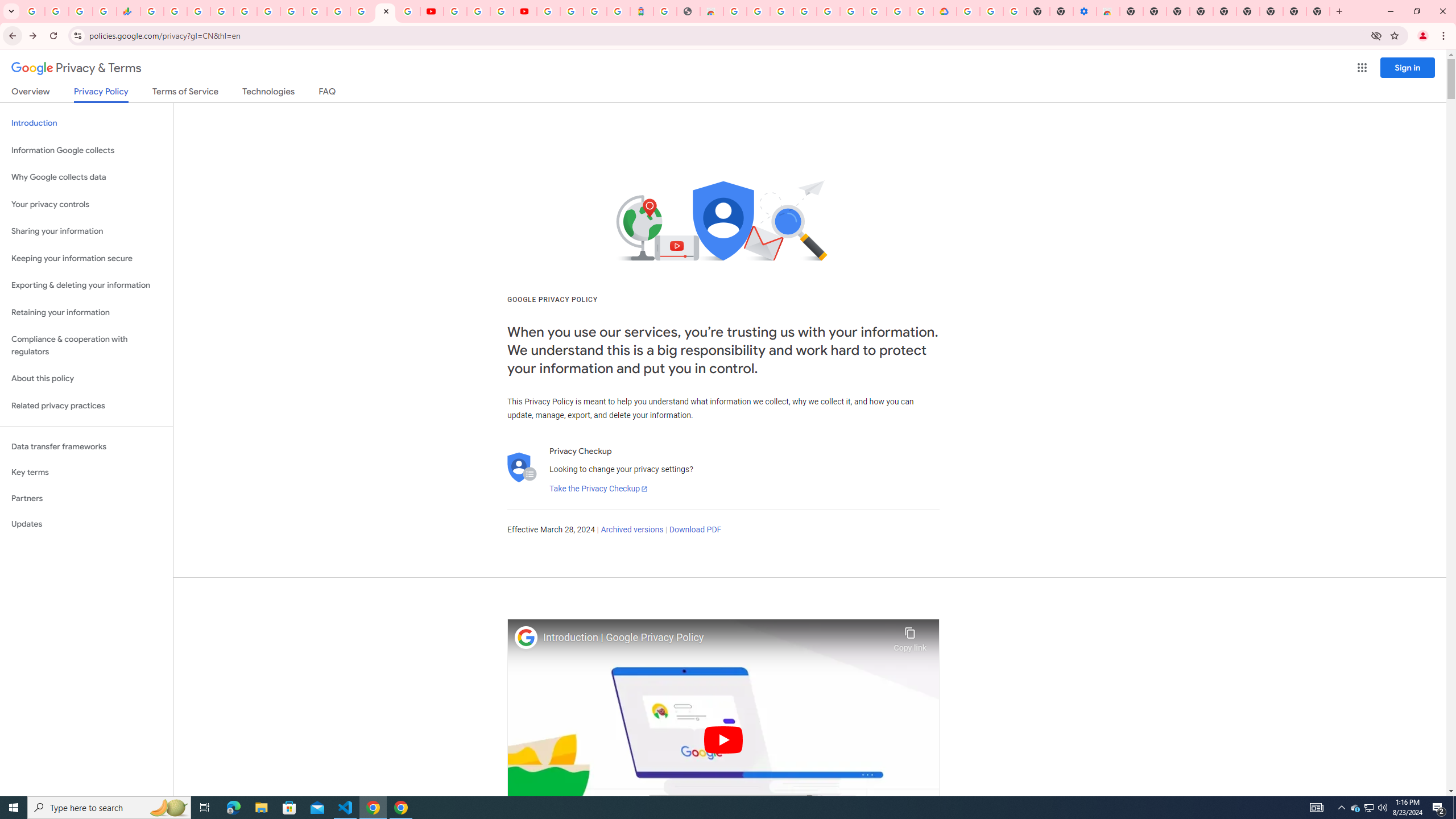 This screenshot has width=1456, height=819. Describe the element at coordinates (86, 446) in the screenshot. I see `'Data transfer frameworks'` at that location.